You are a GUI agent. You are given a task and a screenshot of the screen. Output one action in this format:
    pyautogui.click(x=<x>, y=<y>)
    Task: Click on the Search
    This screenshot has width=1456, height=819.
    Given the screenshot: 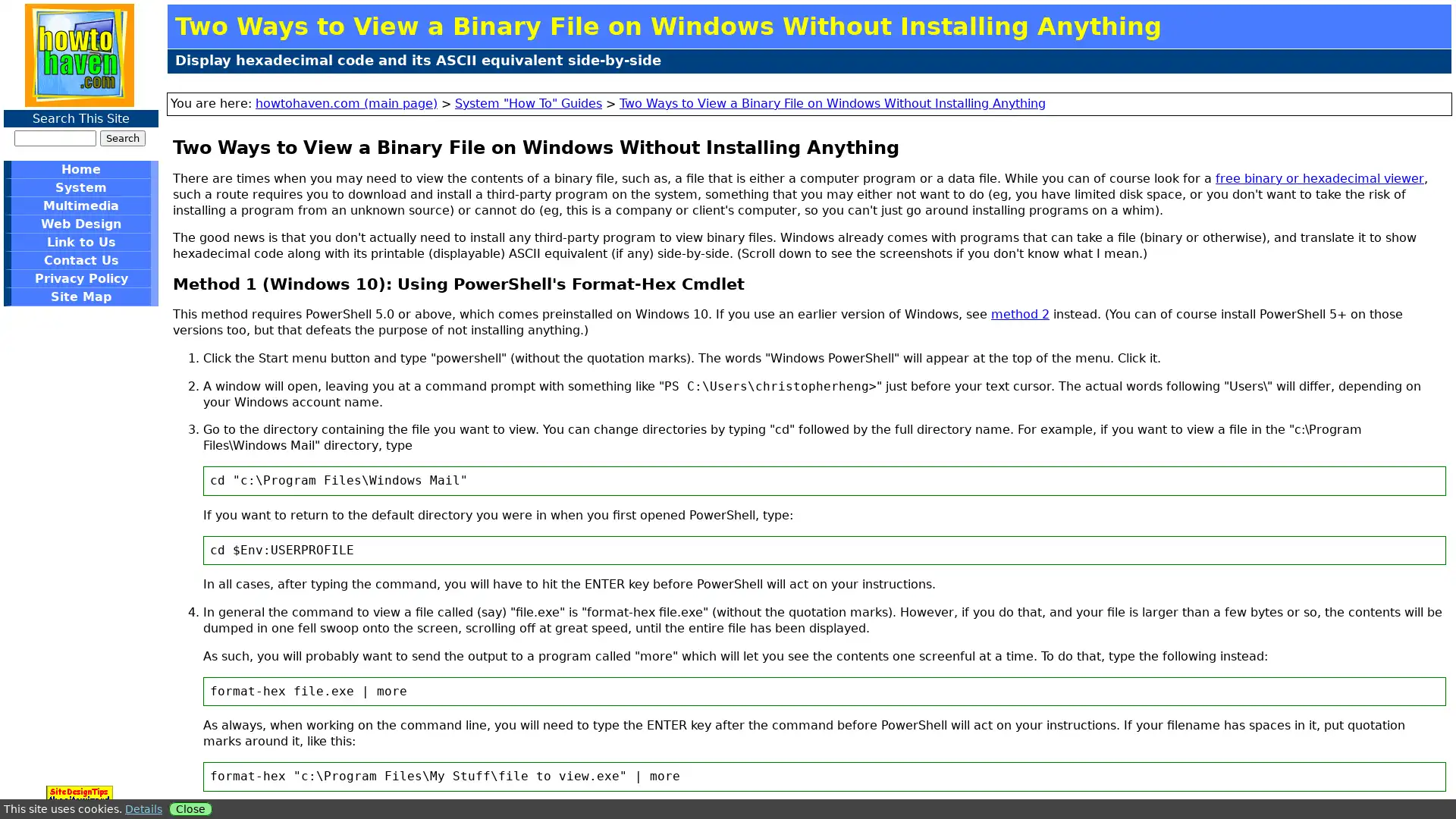 What is the action you would take?
    pyautogui.click(x=122, y=138)
    